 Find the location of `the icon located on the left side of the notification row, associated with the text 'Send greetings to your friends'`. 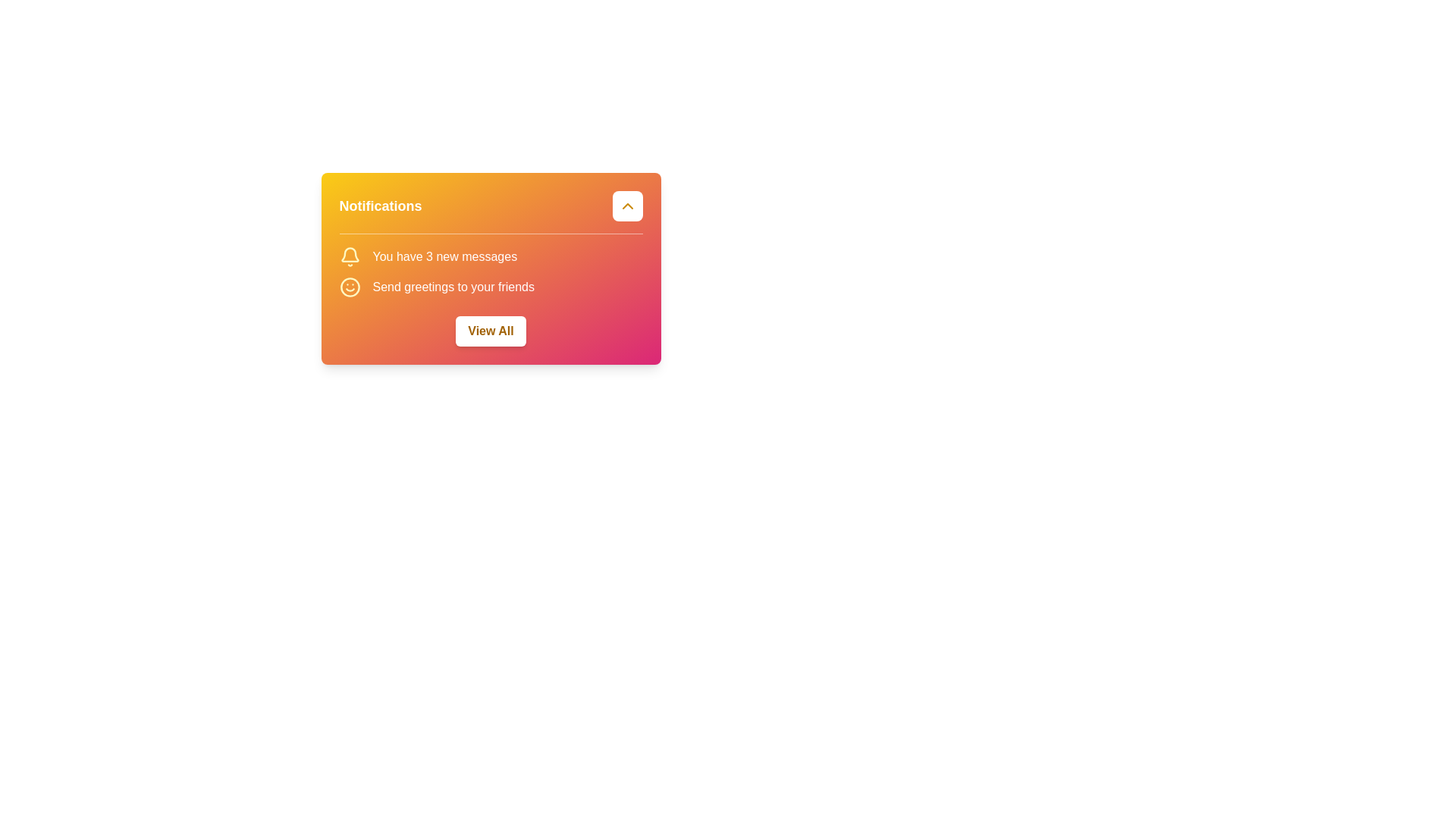

the icon located on the left side of the notification row, associated with the text 'Send greetings to your friends' is located at coordinates (349, 287).